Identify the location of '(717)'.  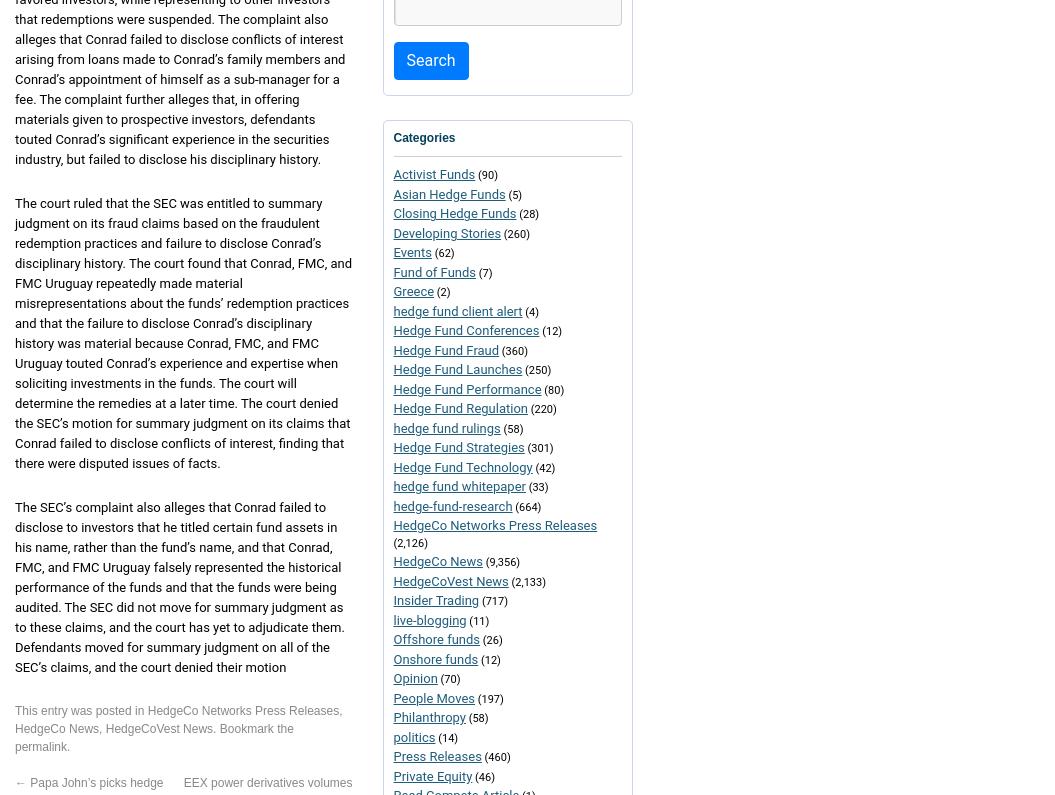
(478, 600).